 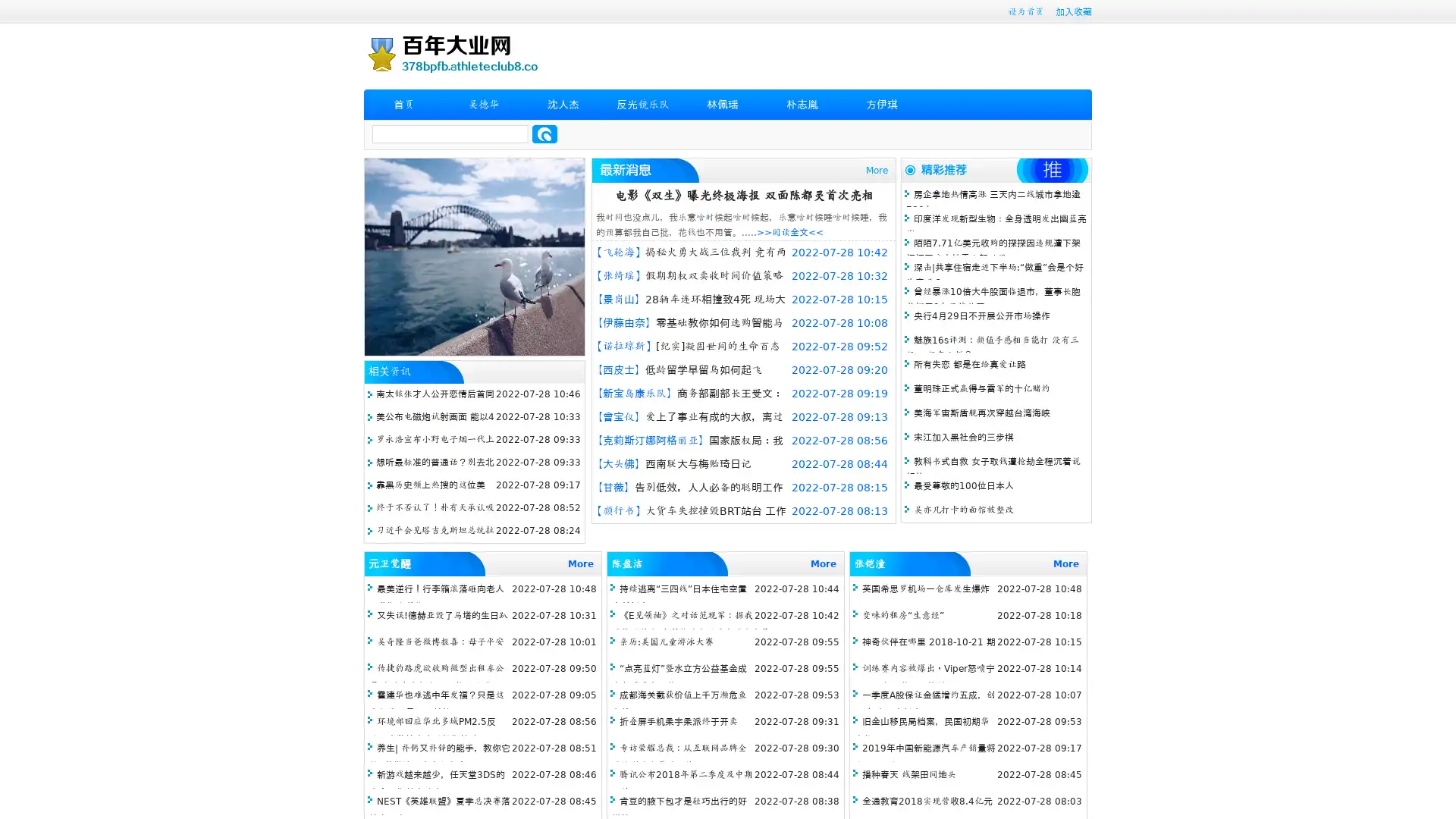 What do you see at coordinates (544, 133) in the screenshot?
I see `Search` at bounding box center [544, 133].